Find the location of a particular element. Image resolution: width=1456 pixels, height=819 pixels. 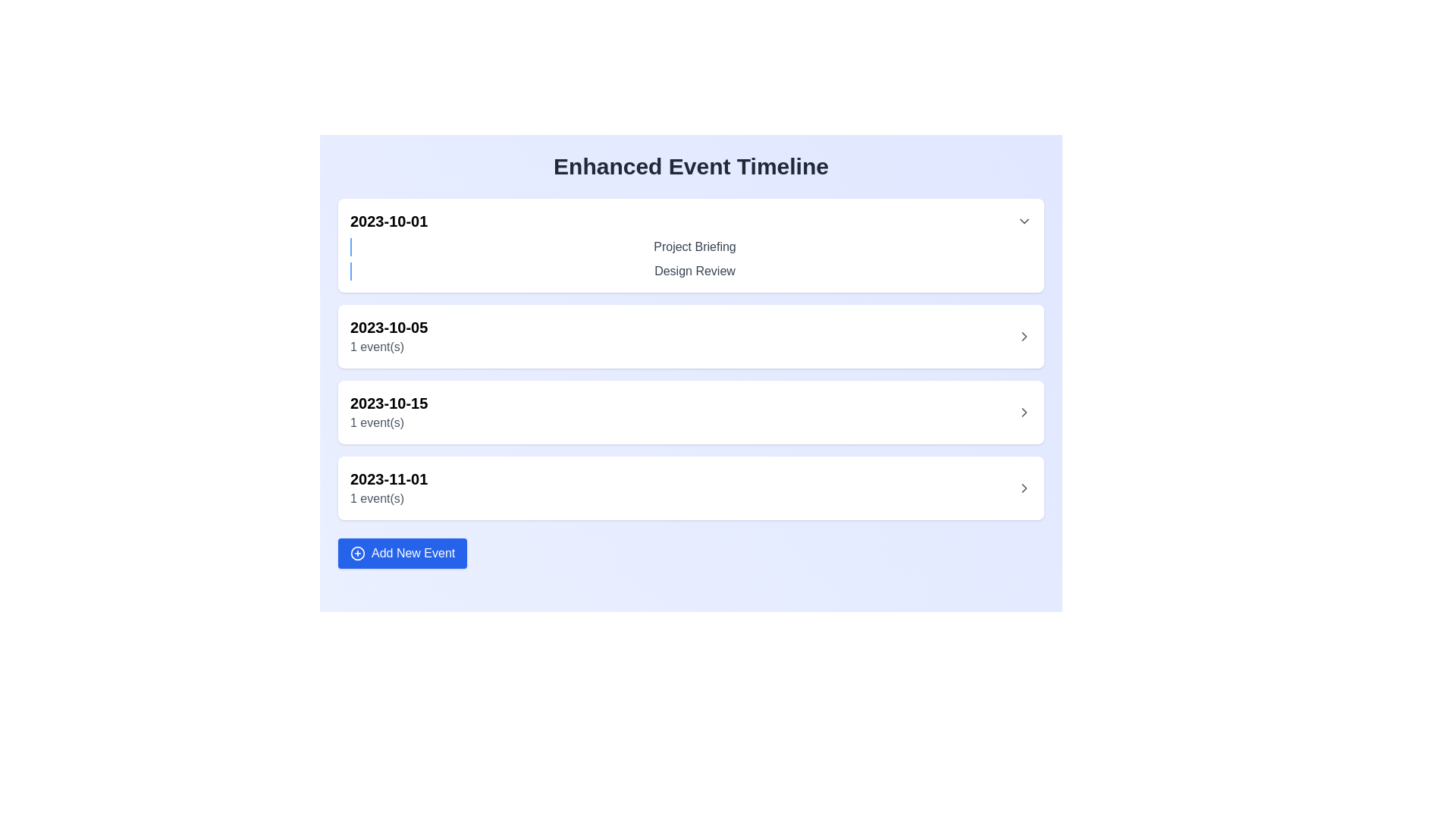

text label displaying '1 event(s)' located below the date '2023-10-05' in the second card of the event timeline is located at coordinates (389, 347).